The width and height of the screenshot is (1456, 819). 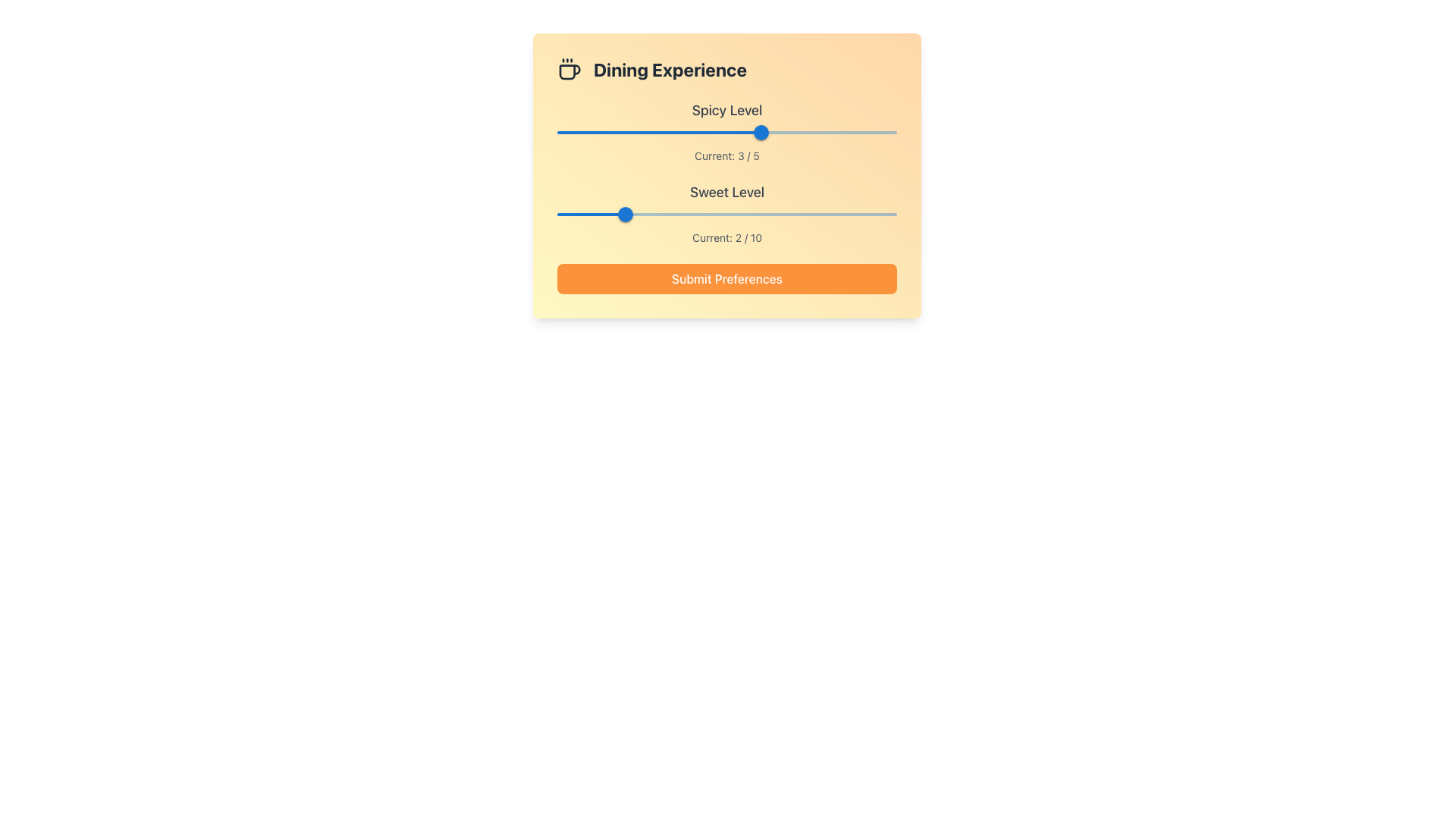 What do you see at coordinates (848, 131) in the screenshot?
I see `the spicy level slider` at bounding box center [848, 131].